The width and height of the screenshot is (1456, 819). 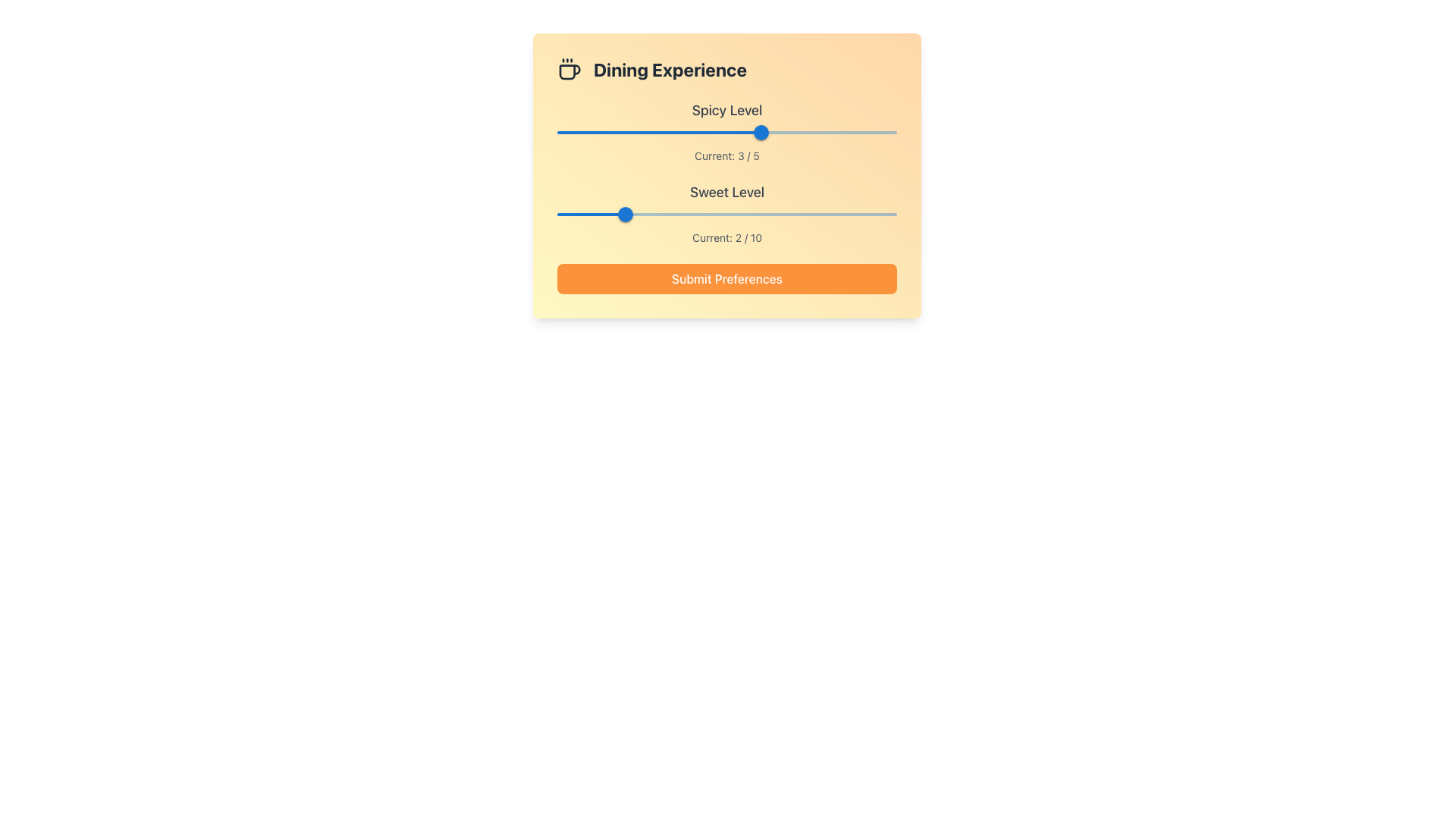 What do you see at coordinates (848, 131) in the screenshot?
I see `the spicy level slider` at bounding box center [848, 131].